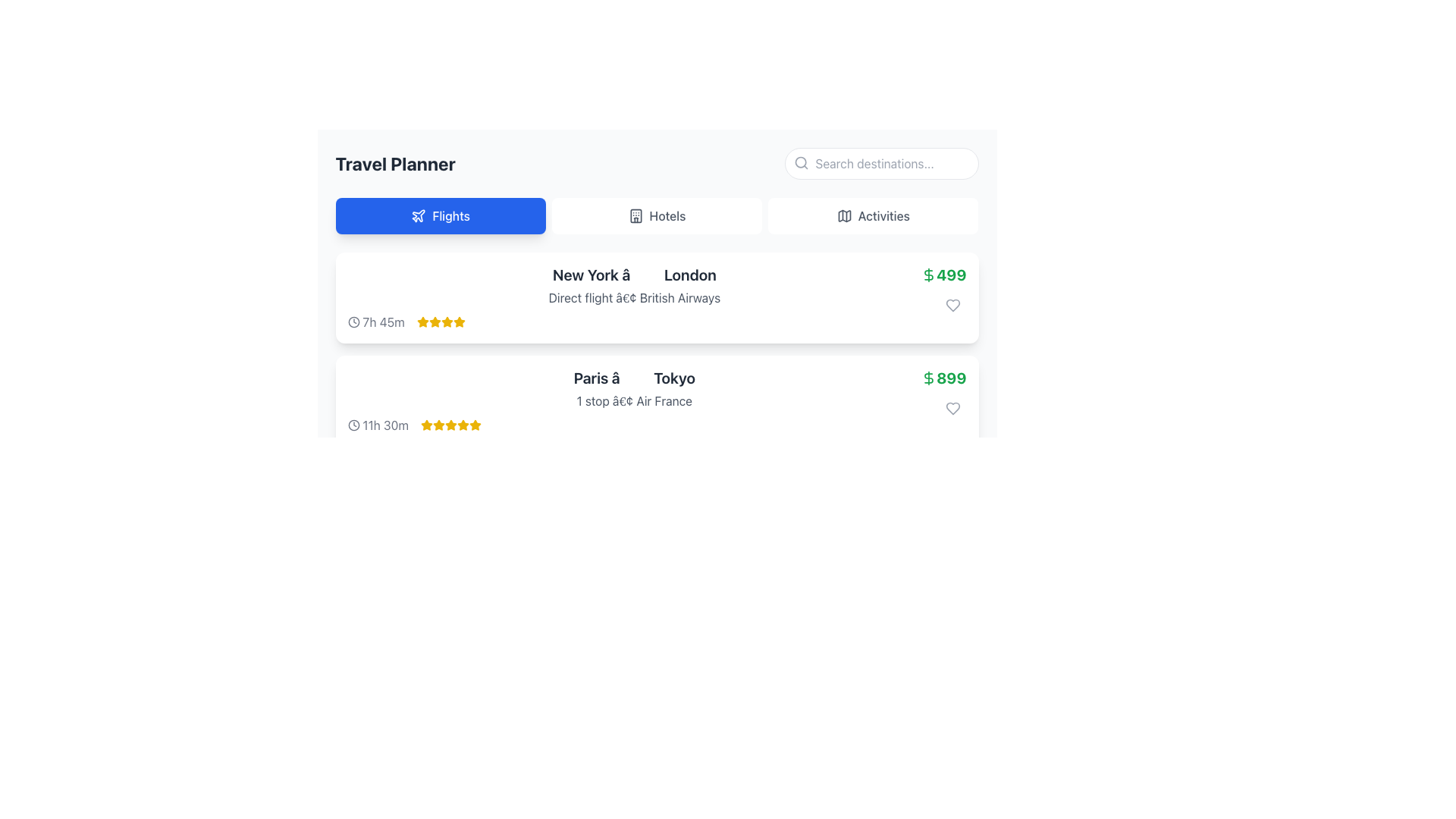  I want to click on the 'Activities' button, which is the third button in a row of three buttons, so click(873, 216).